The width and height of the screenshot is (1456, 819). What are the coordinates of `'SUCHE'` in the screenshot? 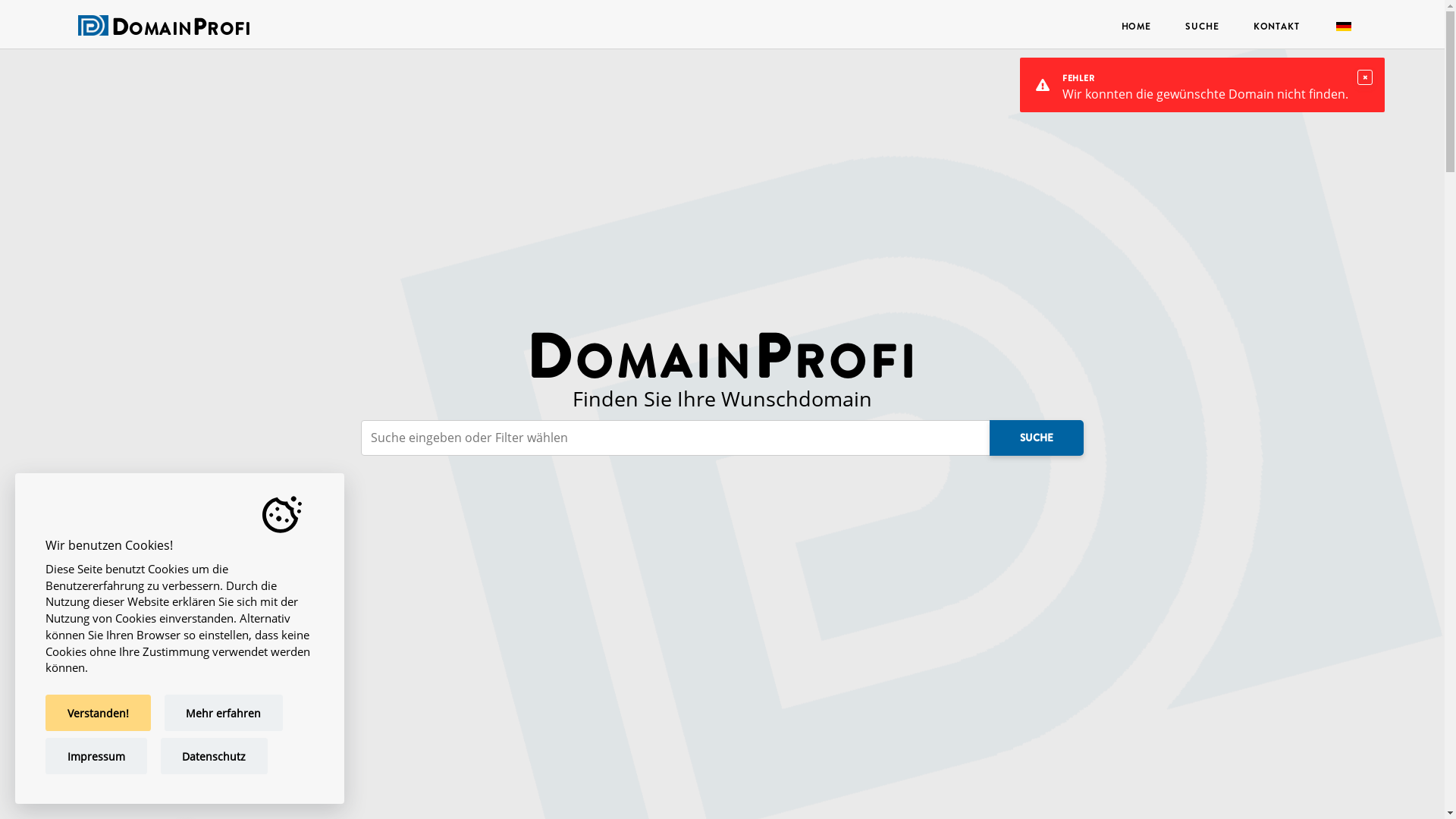 It's located at (1036, 438).